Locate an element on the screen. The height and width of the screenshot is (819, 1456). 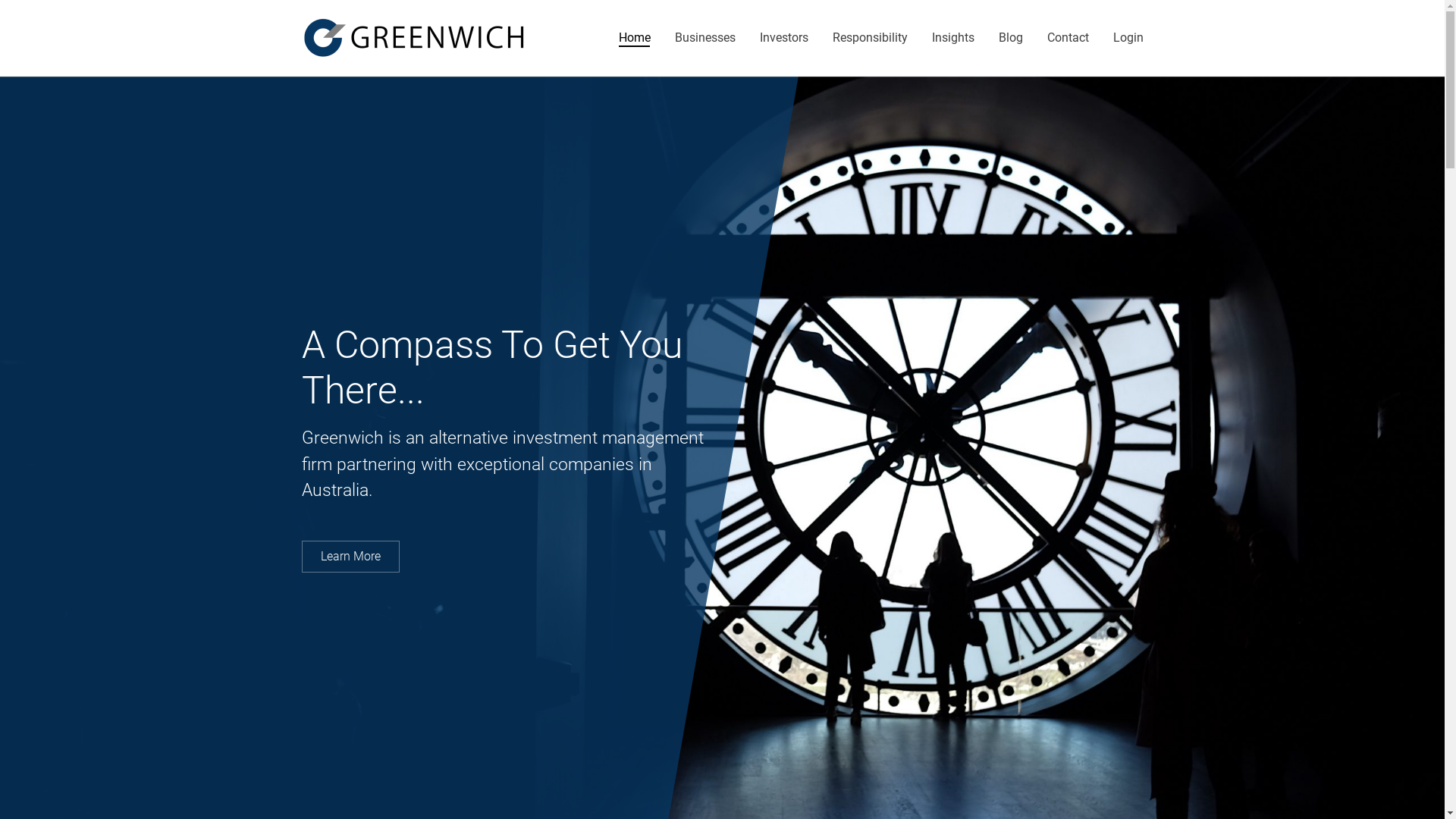
'Contact' is located at coordinates (1046, 37).